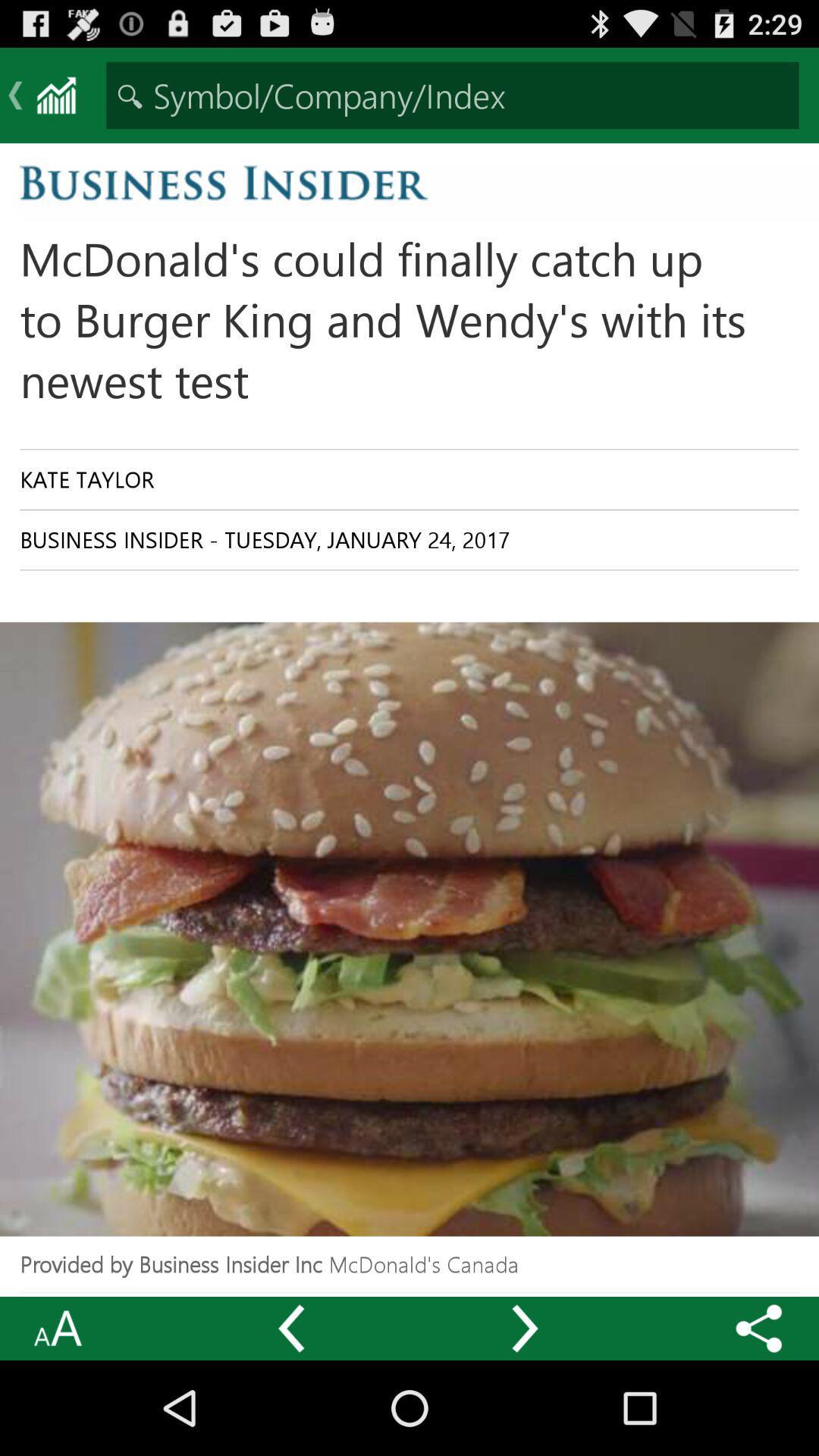 Image resolution: width=819 pixels, height=1456 pixels. Describe the element at coordinates (57, 1328) in the screenshot. I see `the icon at the bottom left corner` at that location.